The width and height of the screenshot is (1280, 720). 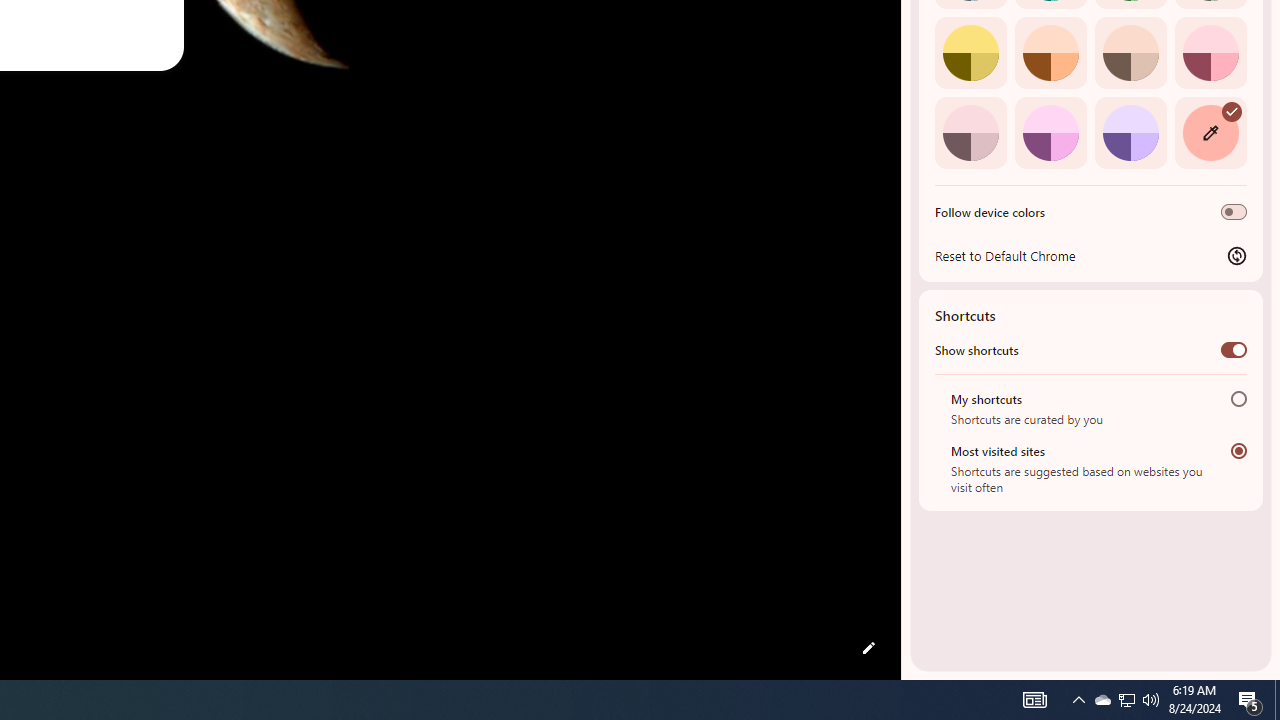 I want to click on 'Reset to Default Chrome', so click(x=1090, y=254).